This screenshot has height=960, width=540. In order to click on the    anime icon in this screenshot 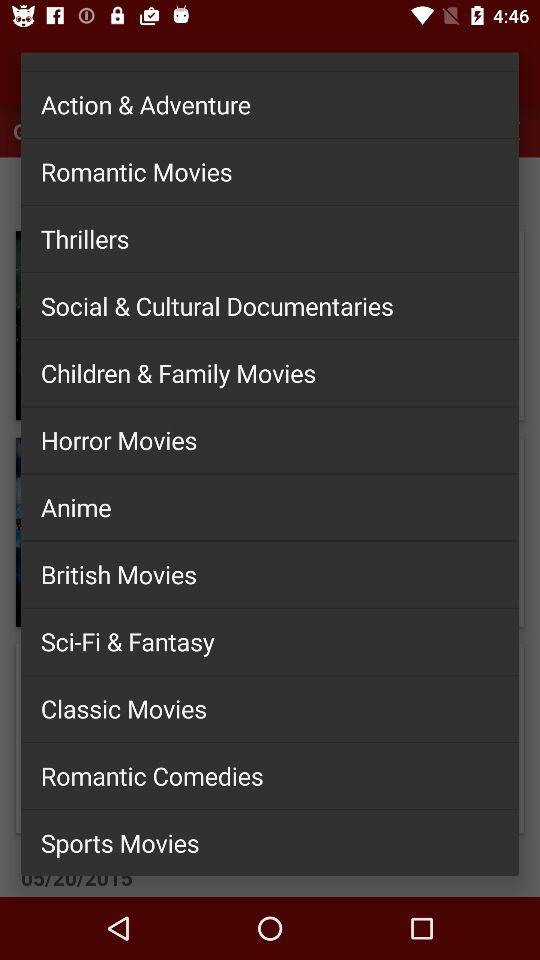, I will do `click(270, 506)`.